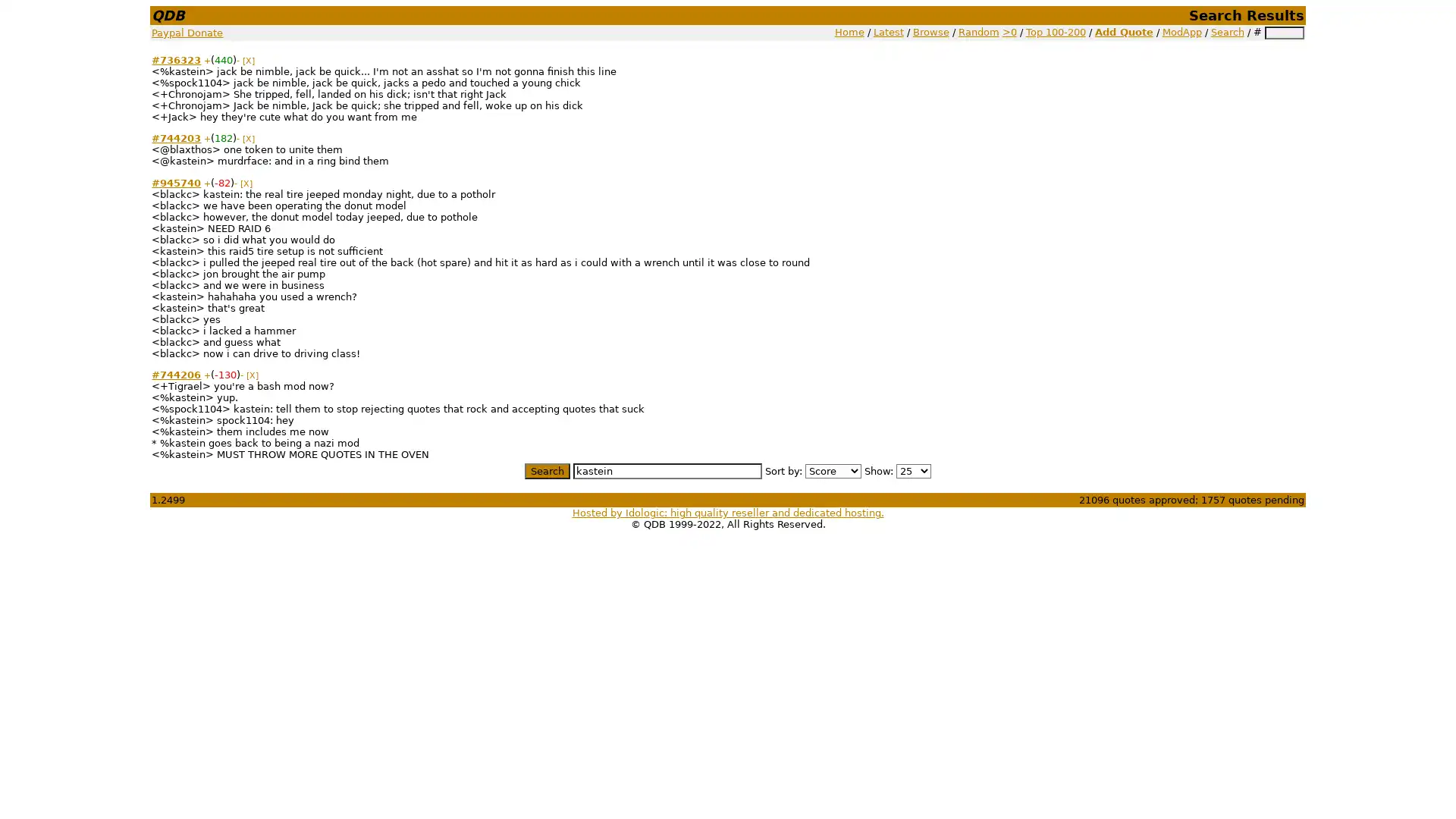 The width and height of the screenshot is (1456, 819). I want to click on Search, so click(546, 469).